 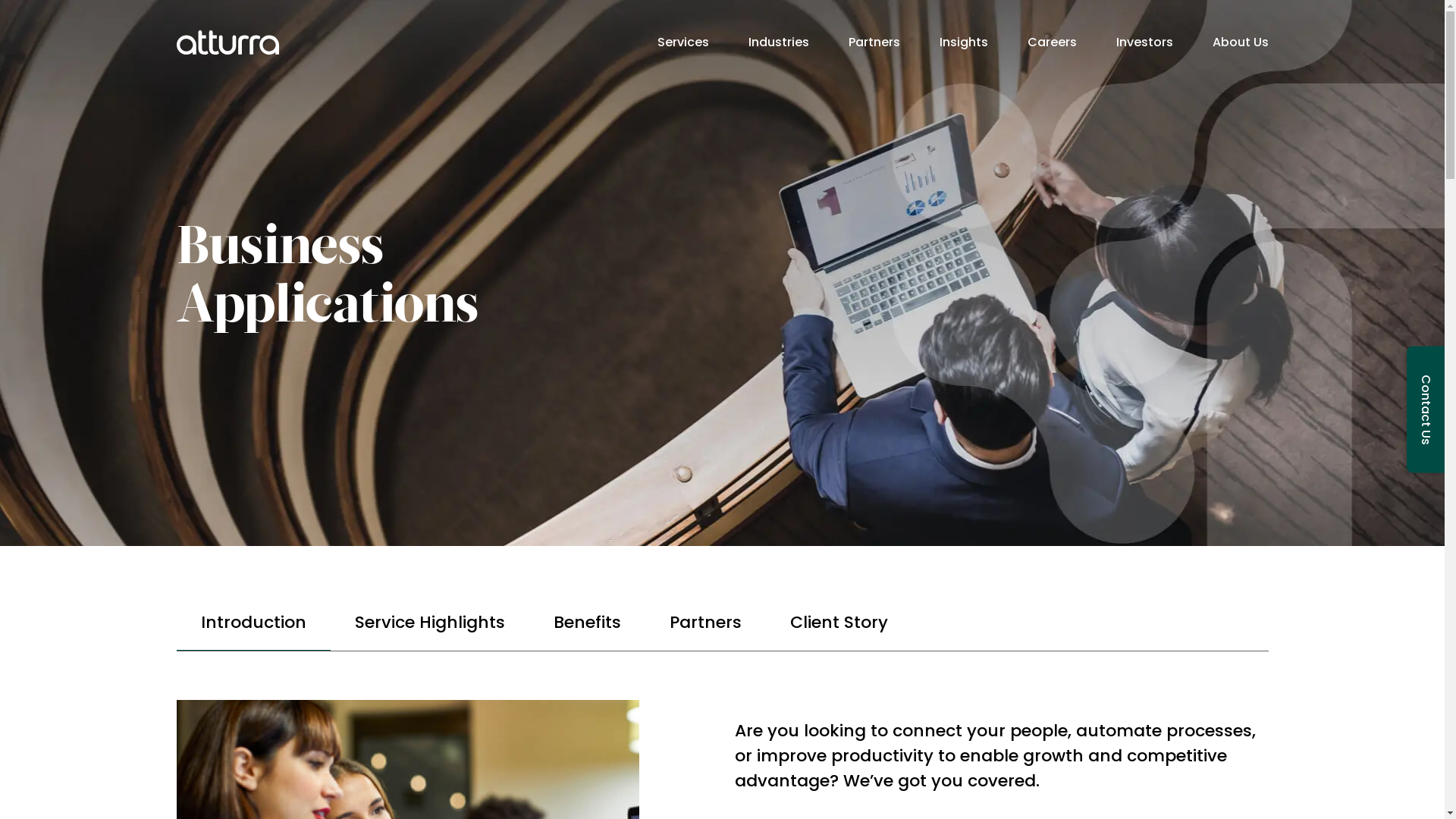 I want to click on 'Home', so click(x=226, y=42).